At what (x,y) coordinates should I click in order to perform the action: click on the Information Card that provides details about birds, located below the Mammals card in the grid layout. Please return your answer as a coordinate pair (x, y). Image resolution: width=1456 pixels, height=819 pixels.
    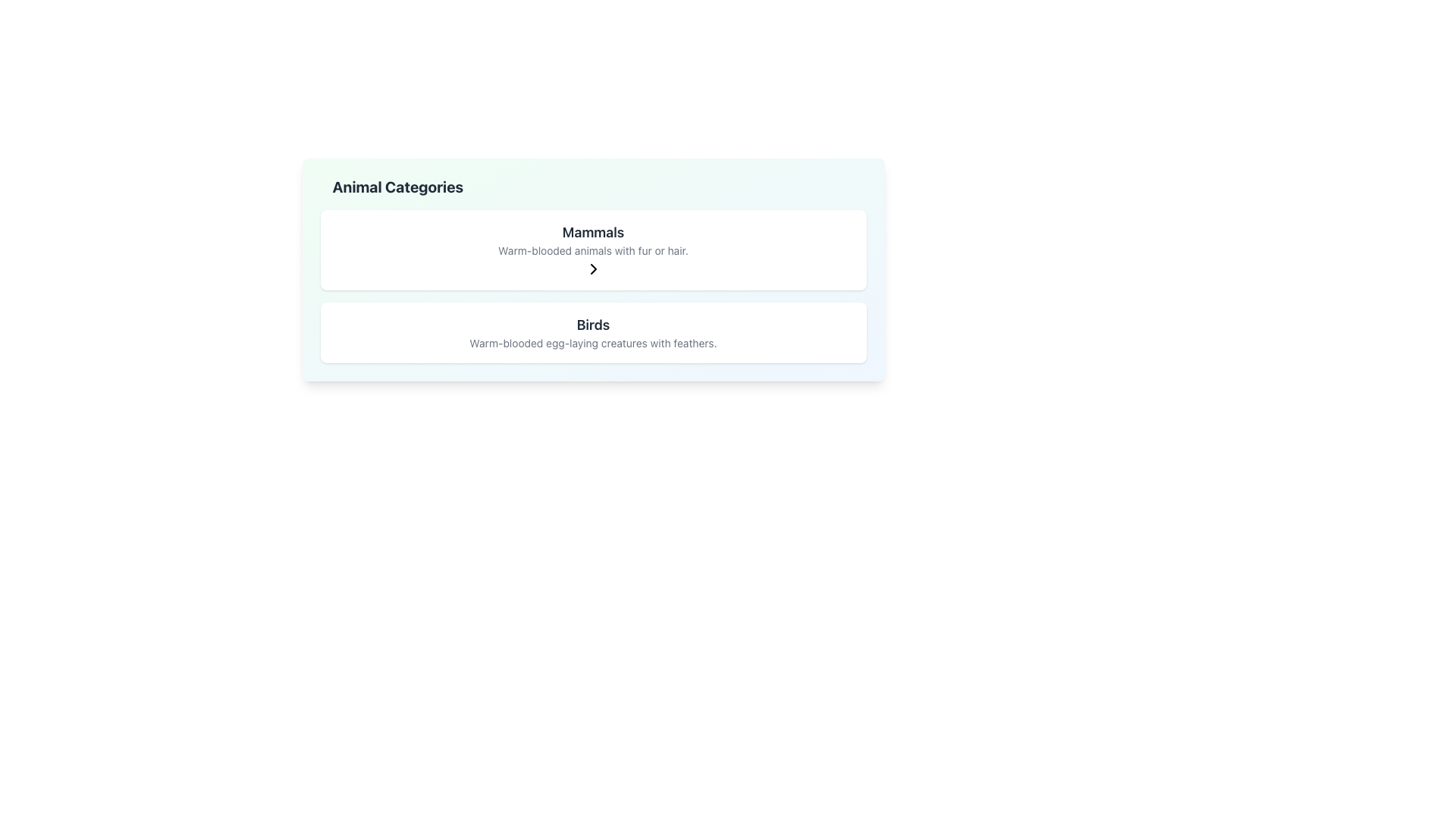
    Looking at the image, I should click on (592, 331).